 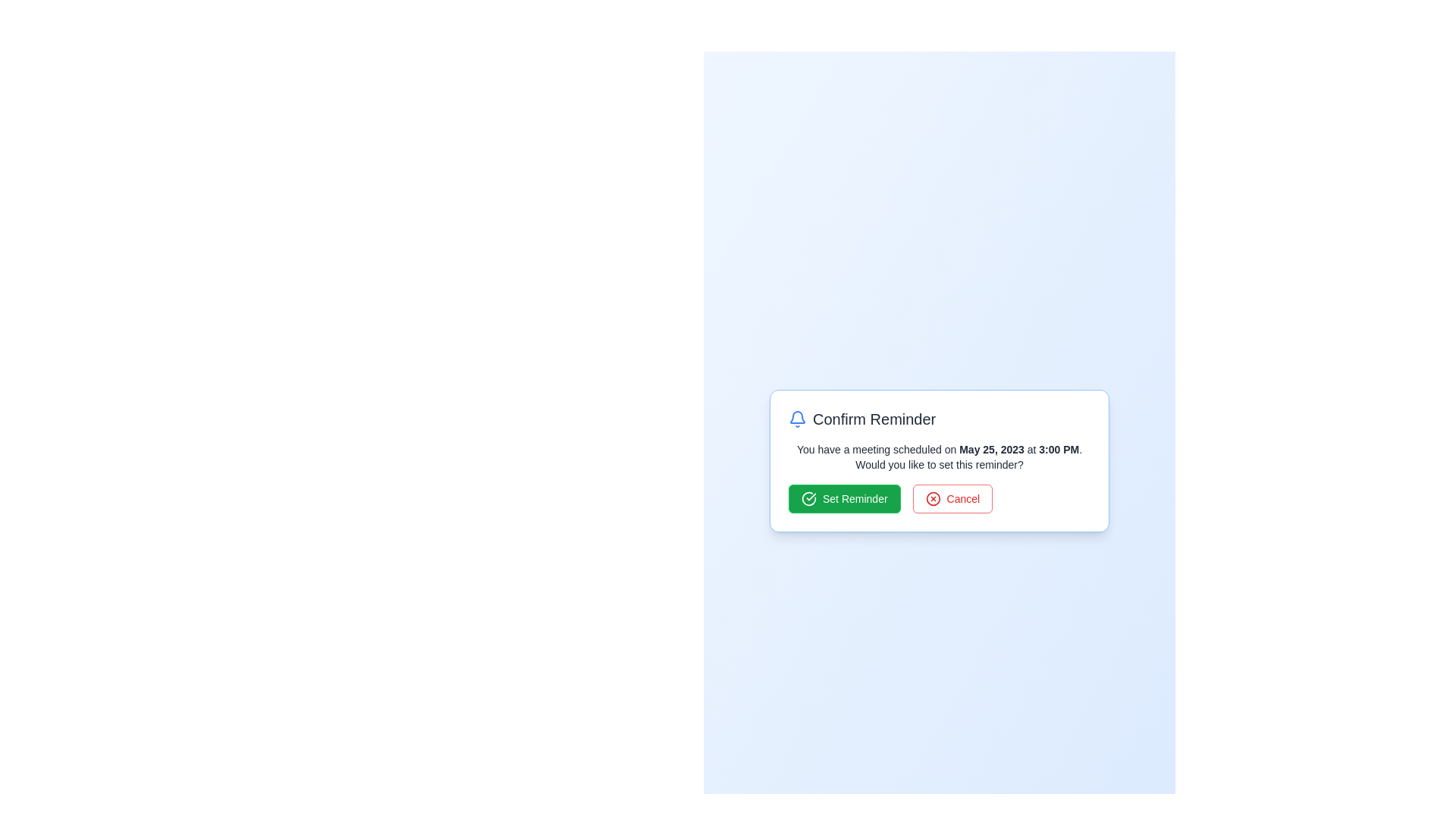 What do you see at coordinates (932, 499) in the screenshot?
I see `the Graphic Circle component, which is part of the cancel icon in the upper-right corner of the informational dialog box` at bounding box center [932, 499].